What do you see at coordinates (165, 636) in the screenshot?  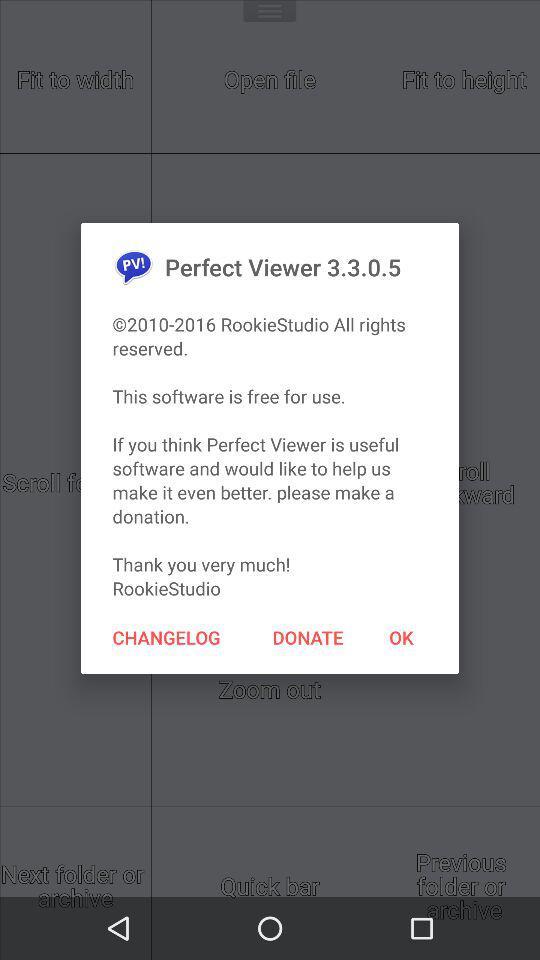 I see `the item on the left` at bounding box center [165, 636].